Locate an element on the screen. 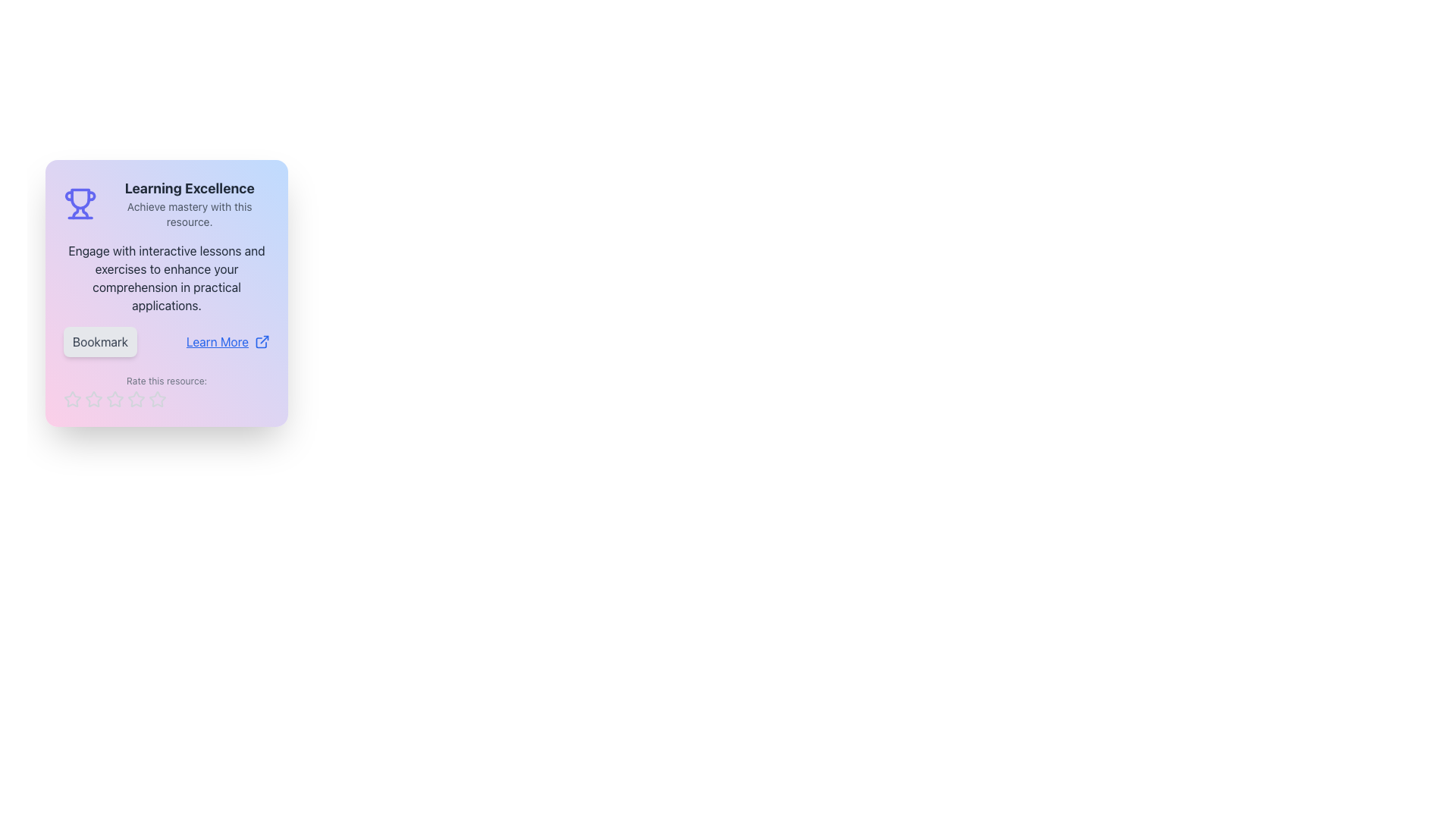 Image resolution: width=1456 pixels, height=819 pixels. text label that provides instructions for the star rating feature, located at the bottom of a card-like structure, directly above the rating stars is located at coordinates (167, 391).